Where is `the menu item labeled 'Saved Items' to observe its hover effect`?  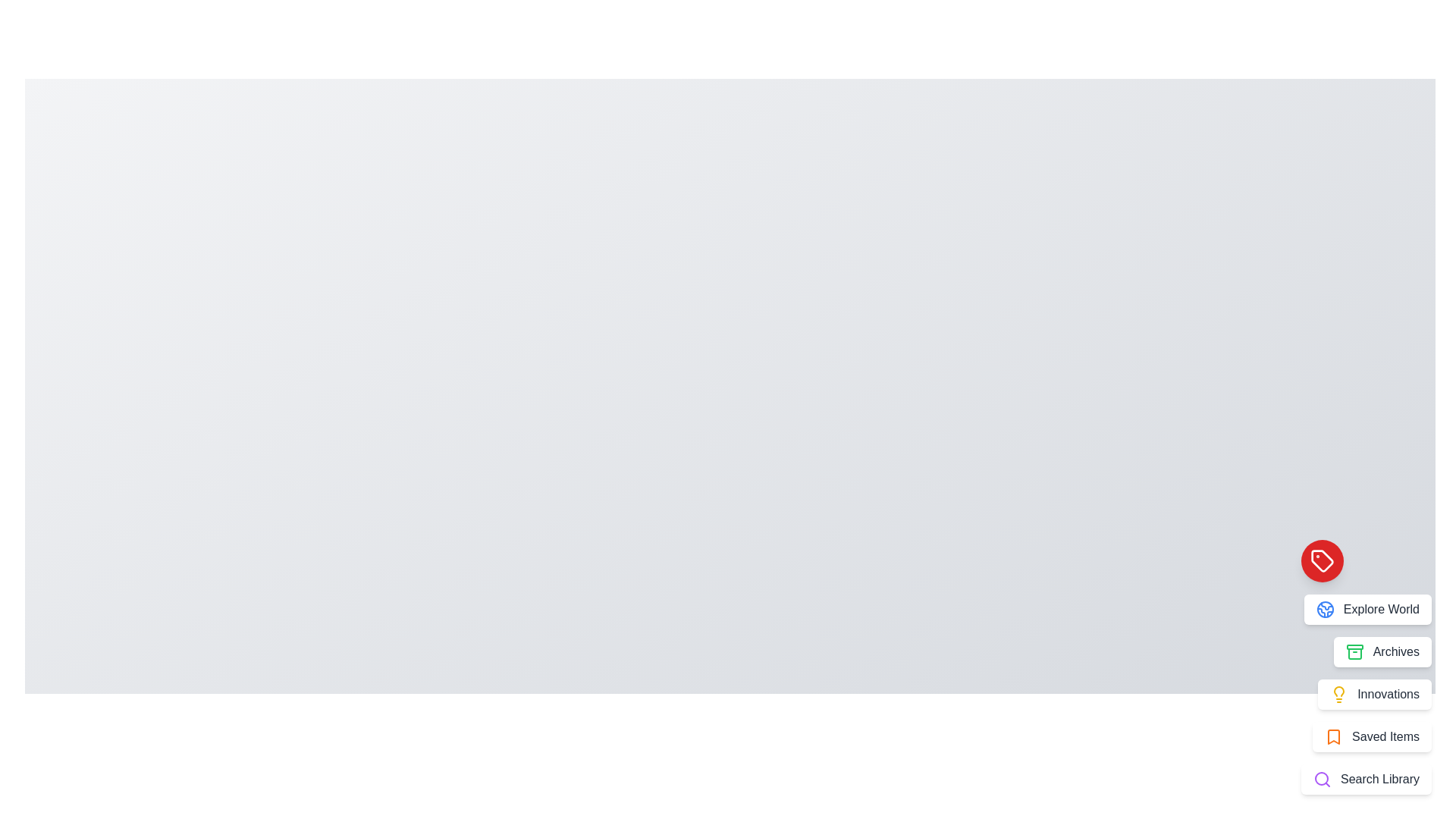
the menu item labeled 'Saved Items' to observe its hover effect is located at coordinates (1372, 736).